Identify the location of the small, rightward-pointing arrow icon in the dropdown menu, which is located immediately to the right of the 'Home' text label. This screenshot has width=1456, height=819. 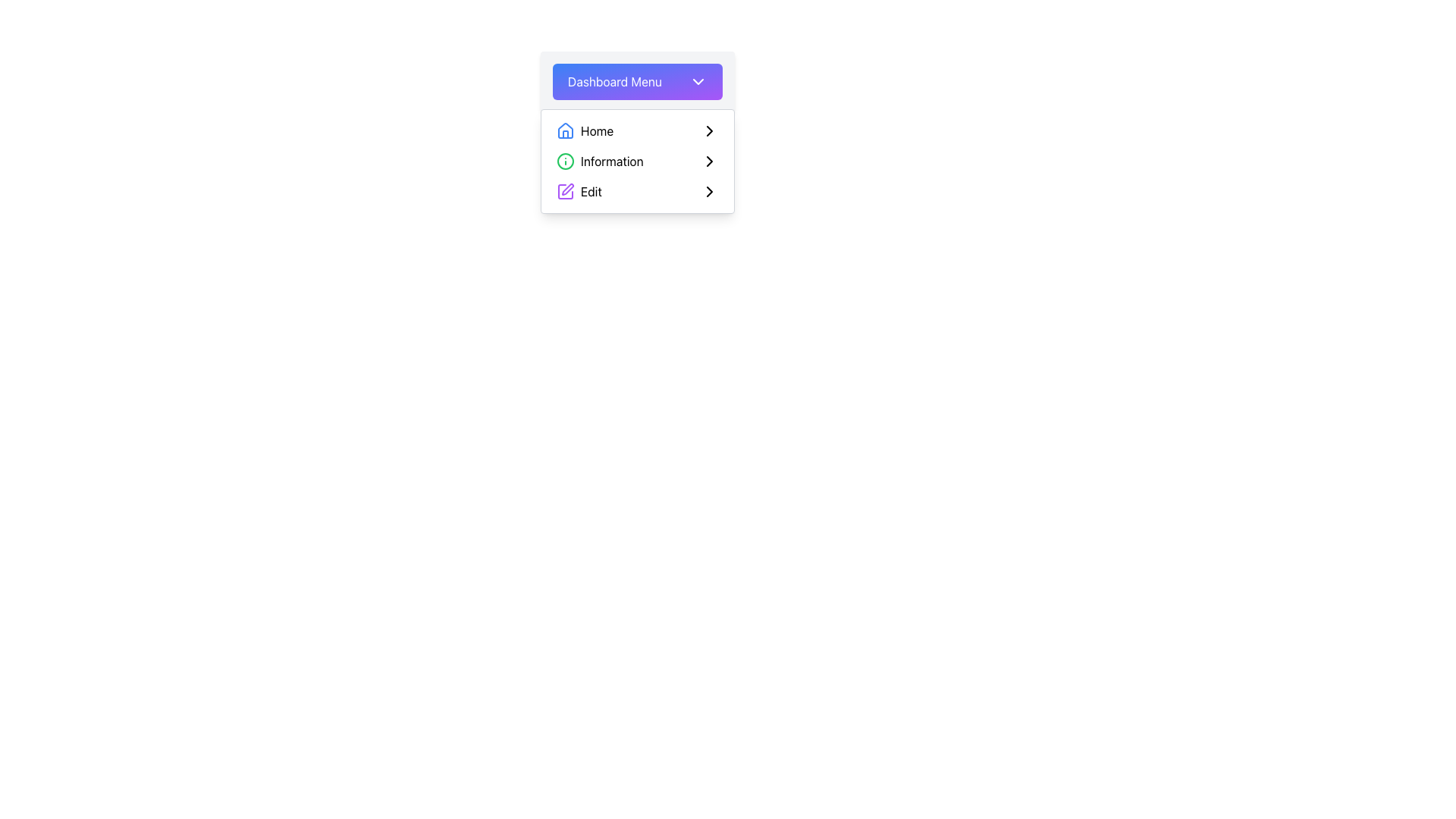
(709, 130).